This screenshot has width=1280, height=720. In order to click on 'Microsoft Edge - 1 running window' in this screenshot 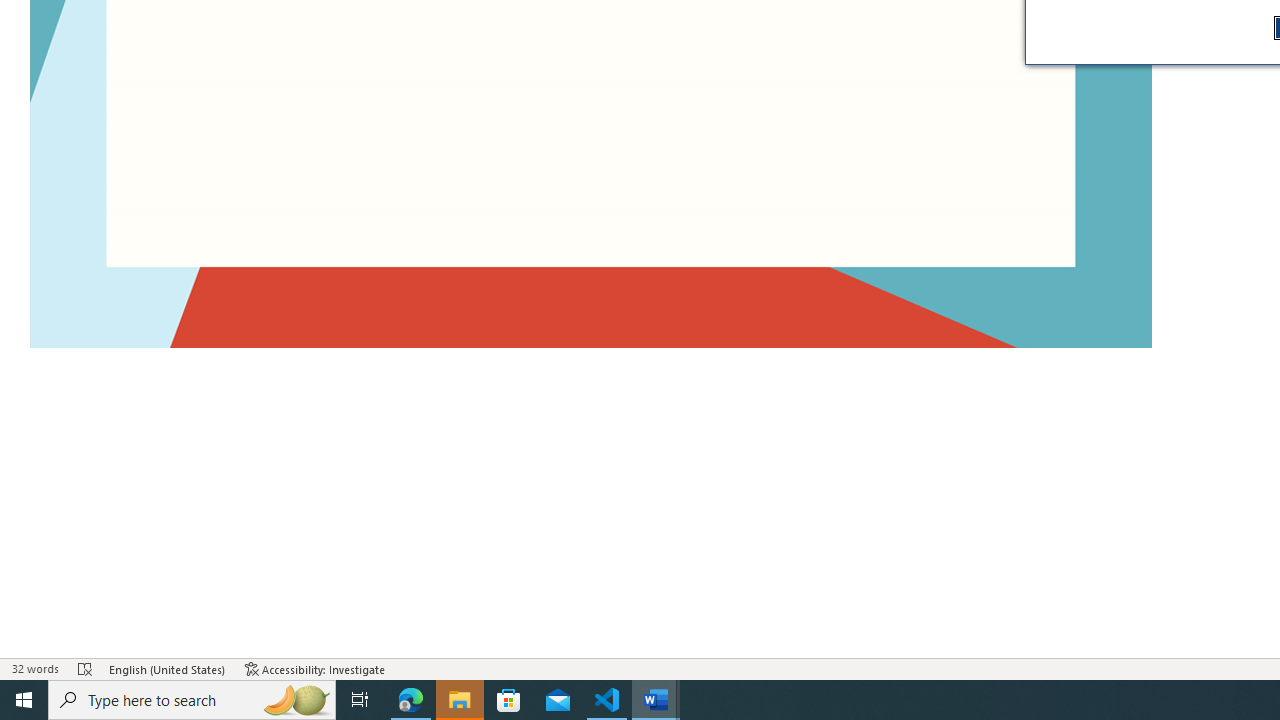, I will do `click(410, 698)`.